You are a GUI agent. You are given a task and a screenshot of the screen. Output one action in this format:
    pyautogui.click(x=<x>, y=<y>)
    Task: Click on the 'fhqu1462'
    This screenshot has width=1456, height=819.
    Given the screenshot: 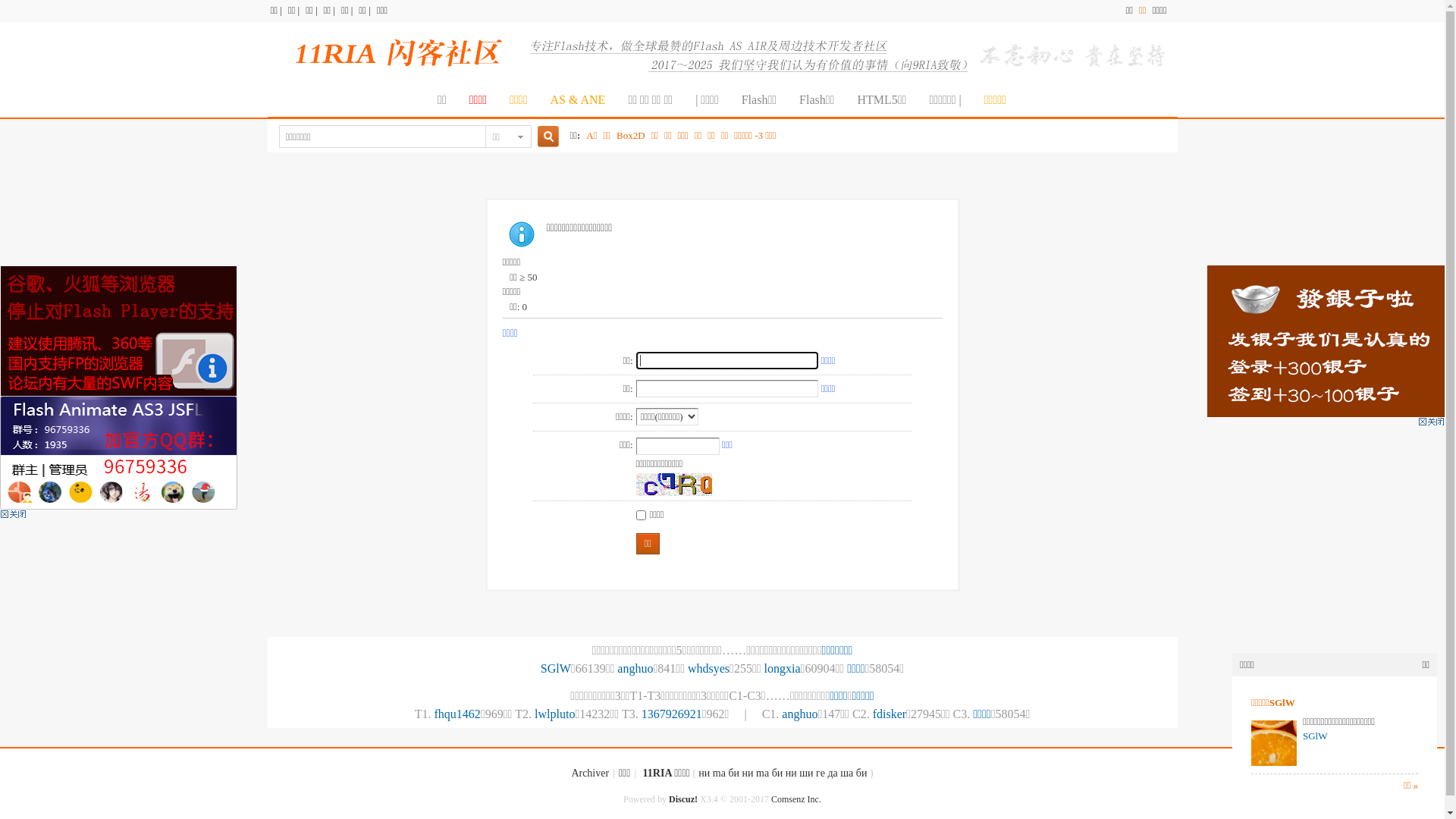 What is the action you would take?
    pyautogui.click(x=456, y=714)
    